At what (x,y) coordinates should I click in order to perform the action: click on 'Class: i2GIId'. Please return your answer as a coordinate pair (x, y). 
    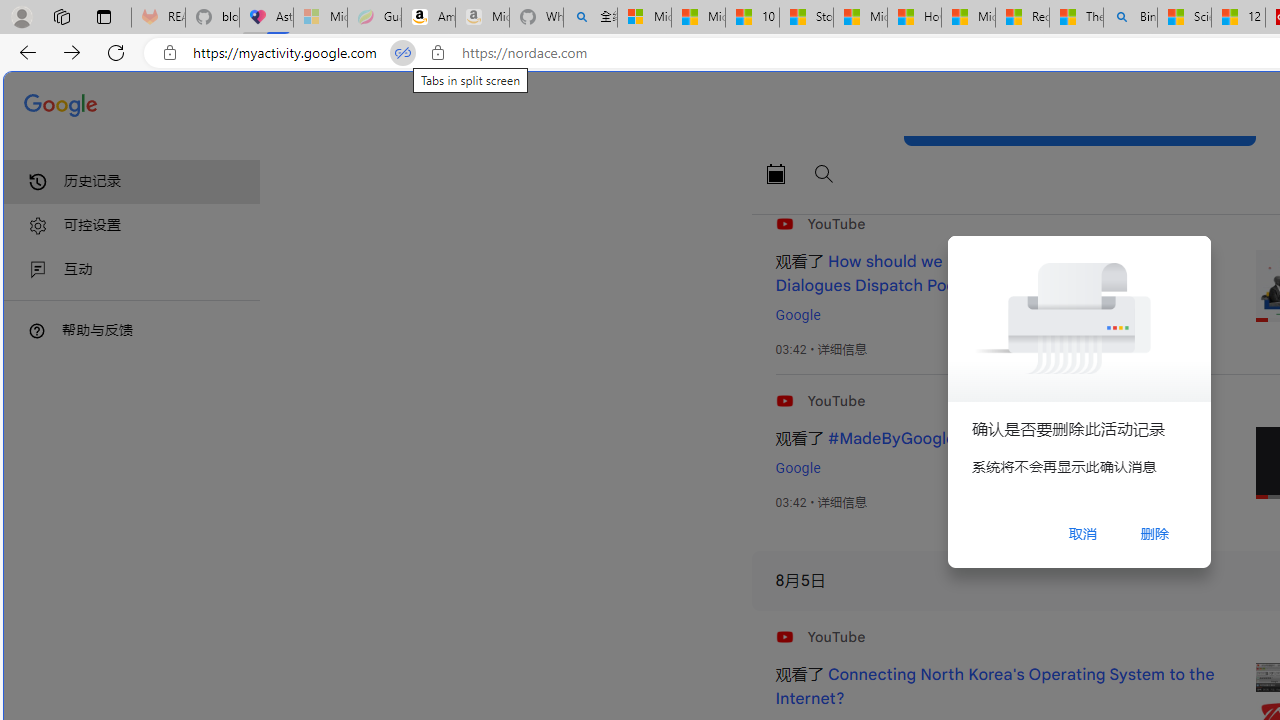
    Looking at the image, I should click on (38, 270).